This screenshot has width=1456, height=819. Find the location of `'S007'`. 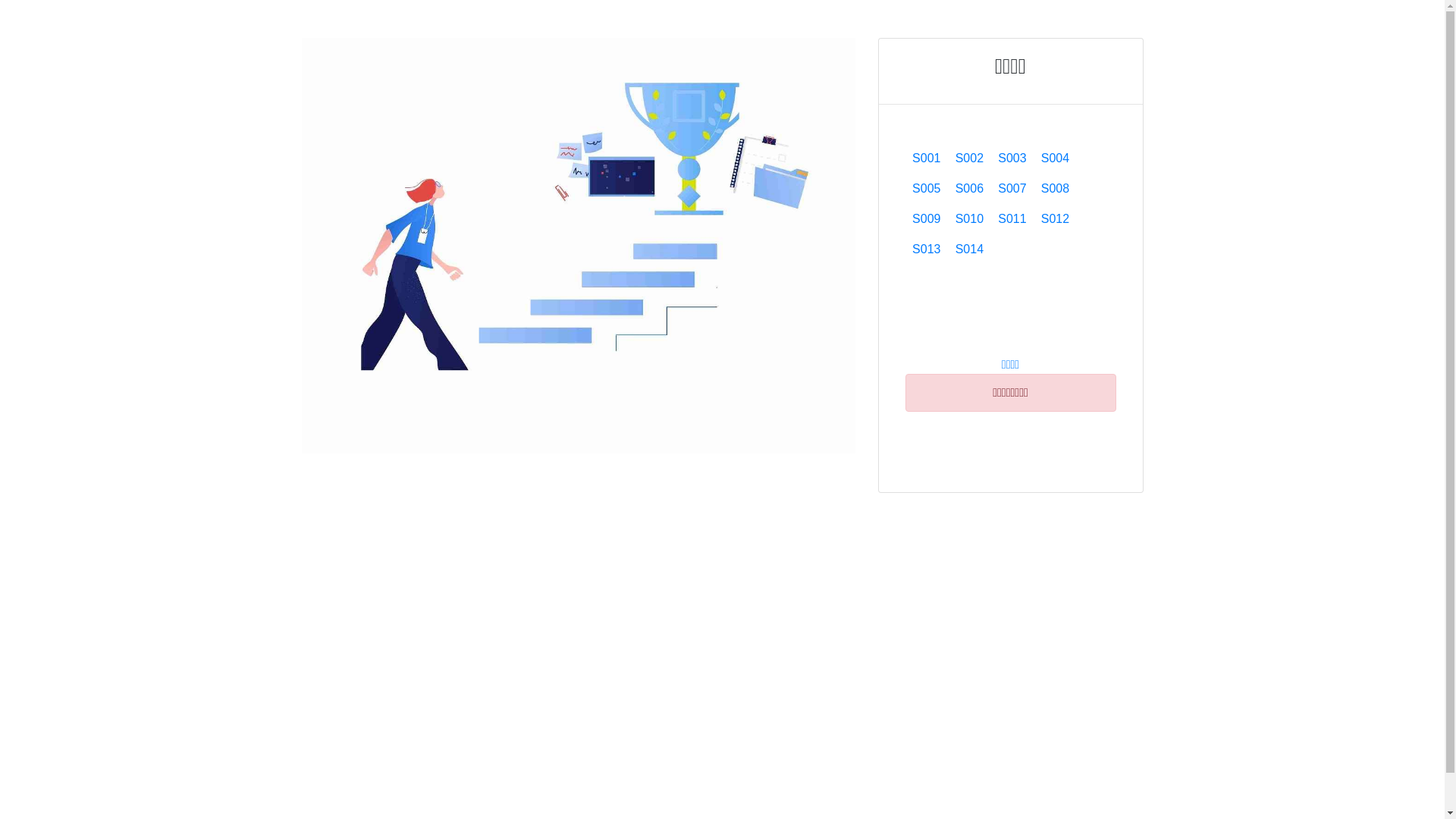

'S007' is located at coordinates (990, 188).